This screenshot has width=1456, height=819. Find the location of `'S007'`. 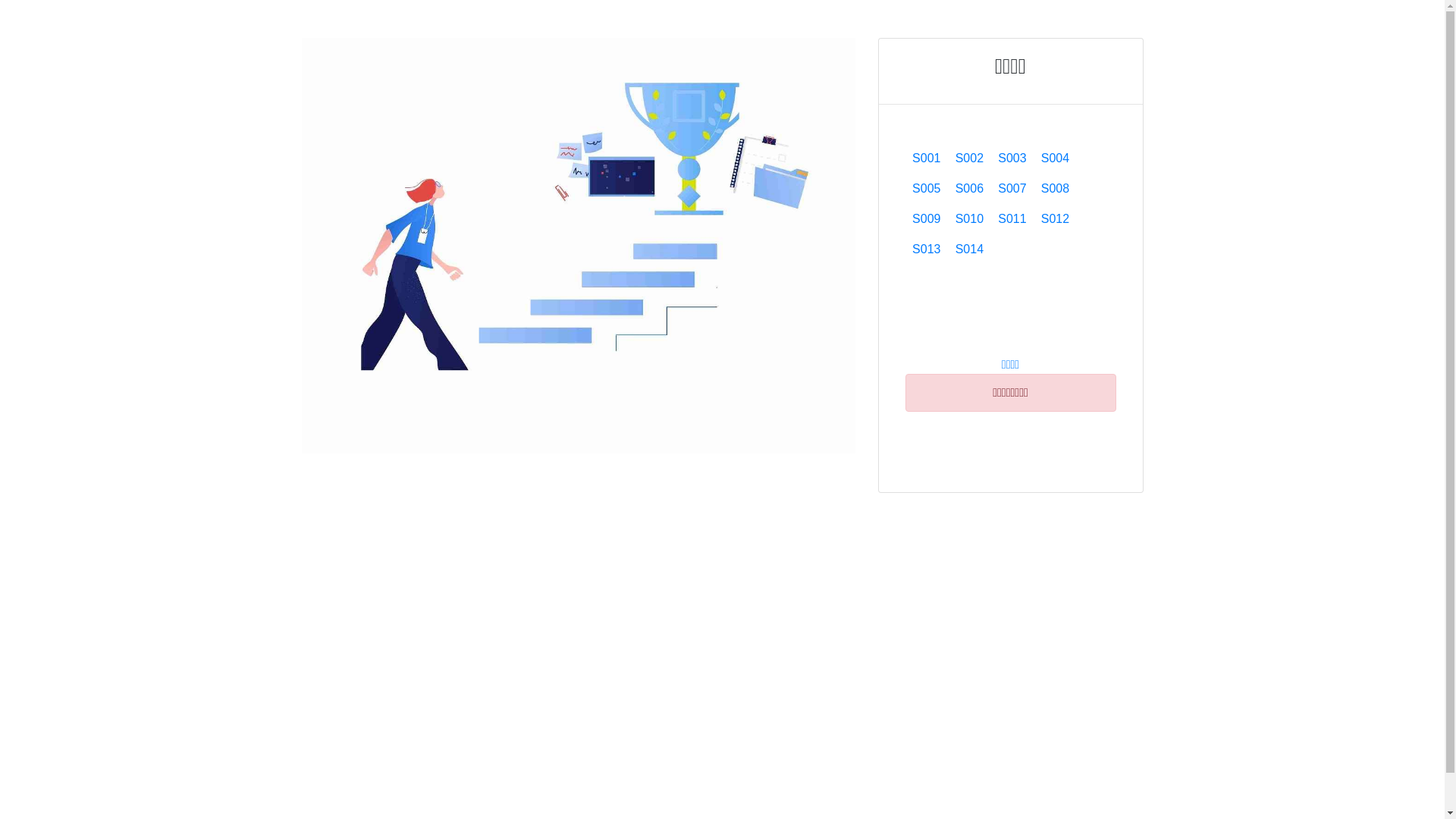

'S007' is located at coordinates (990, 188).